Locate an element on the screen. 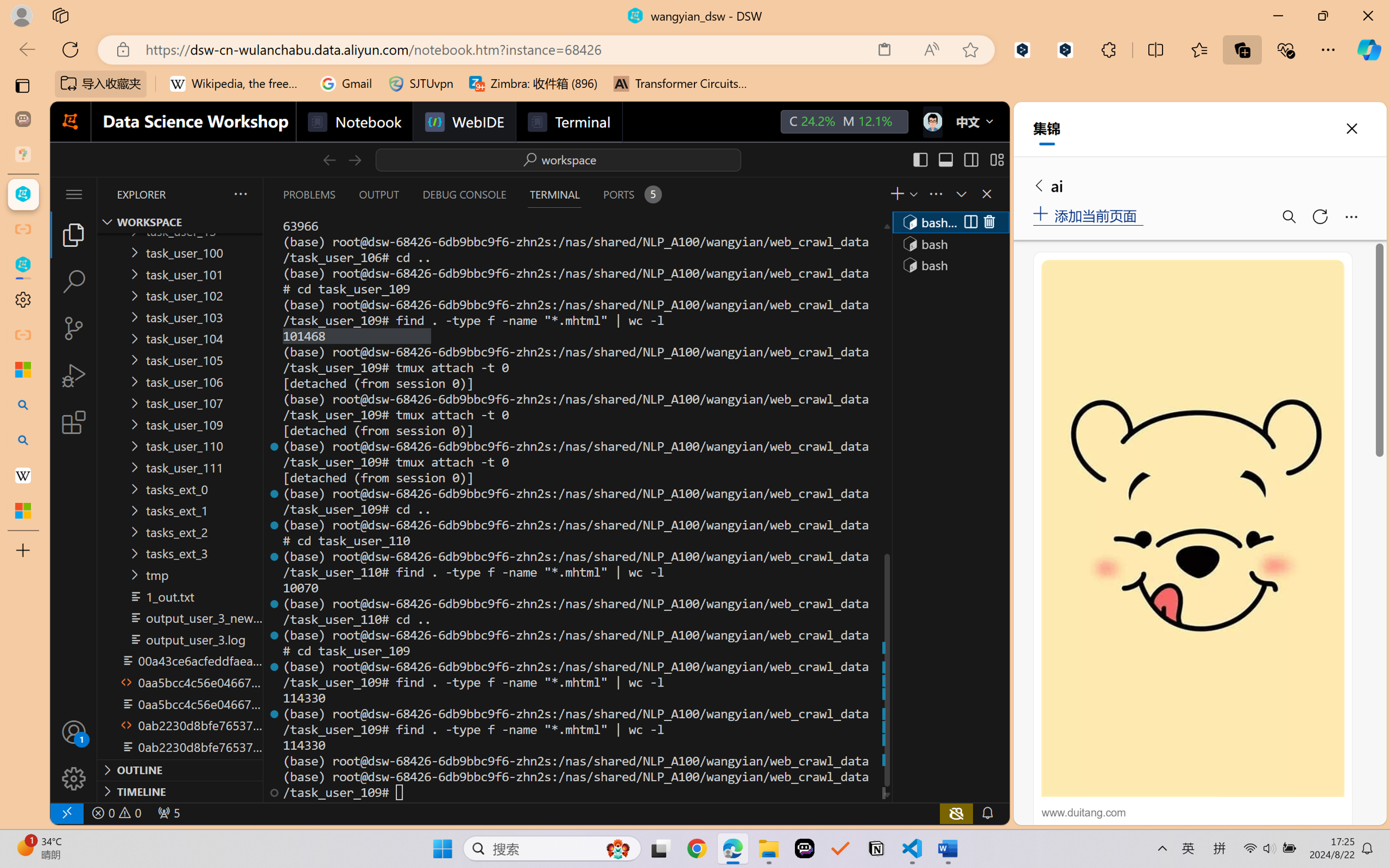 Image resolution: width=1390 pixels, height=868 pixels. 'Class: next-menu next-hoz widgets--iconMenu--BFkiHRM' is located at coordinates (931, 121).